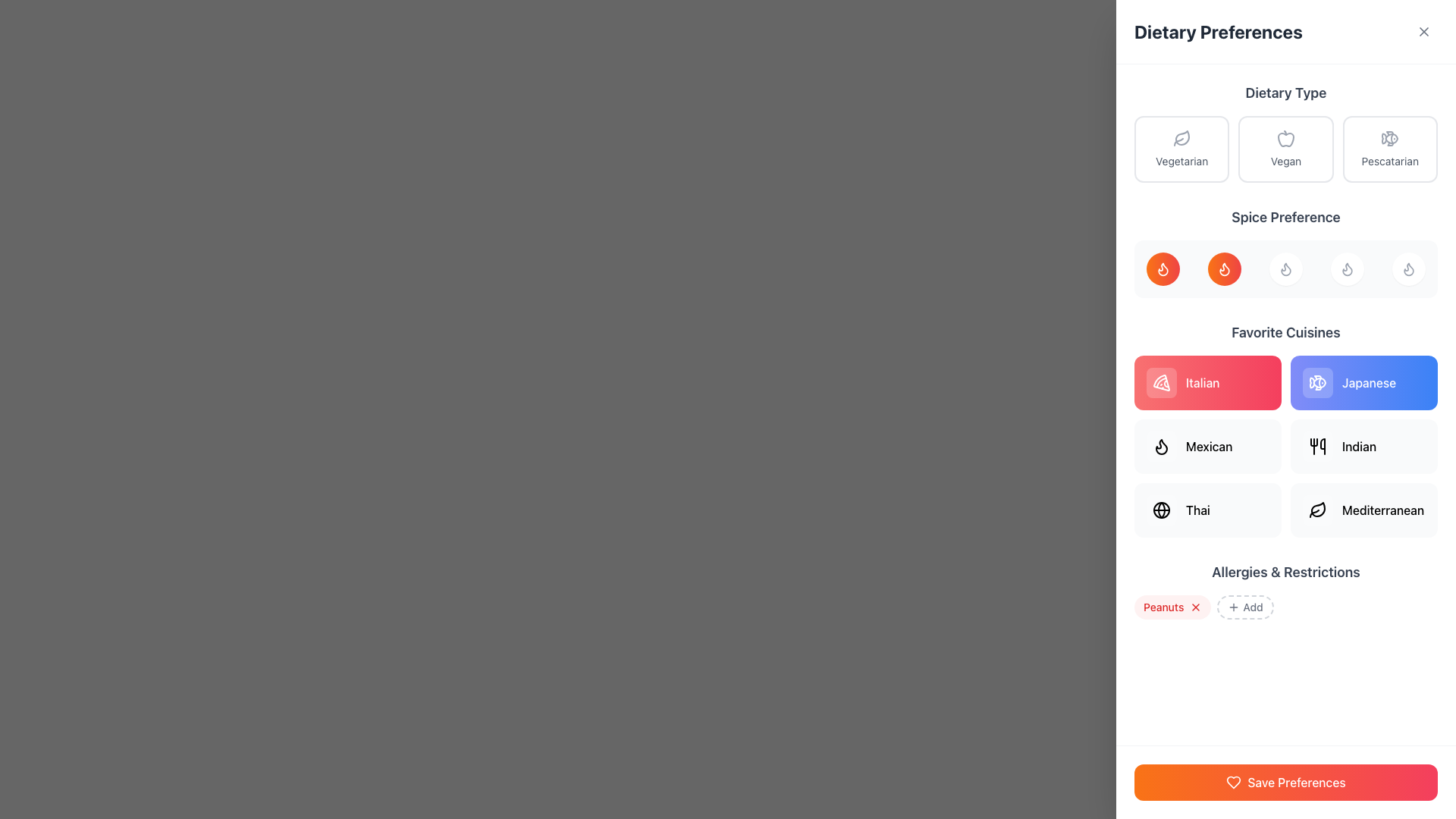 The width and height of the screenshot is (1456, 819). Describe the element at coordinates (1317, 509) in the screenshot. I see `the stylized leaf icon representing the 'Mediterranean' cuisine in the 'Favorite Cuisines' section` at that location.